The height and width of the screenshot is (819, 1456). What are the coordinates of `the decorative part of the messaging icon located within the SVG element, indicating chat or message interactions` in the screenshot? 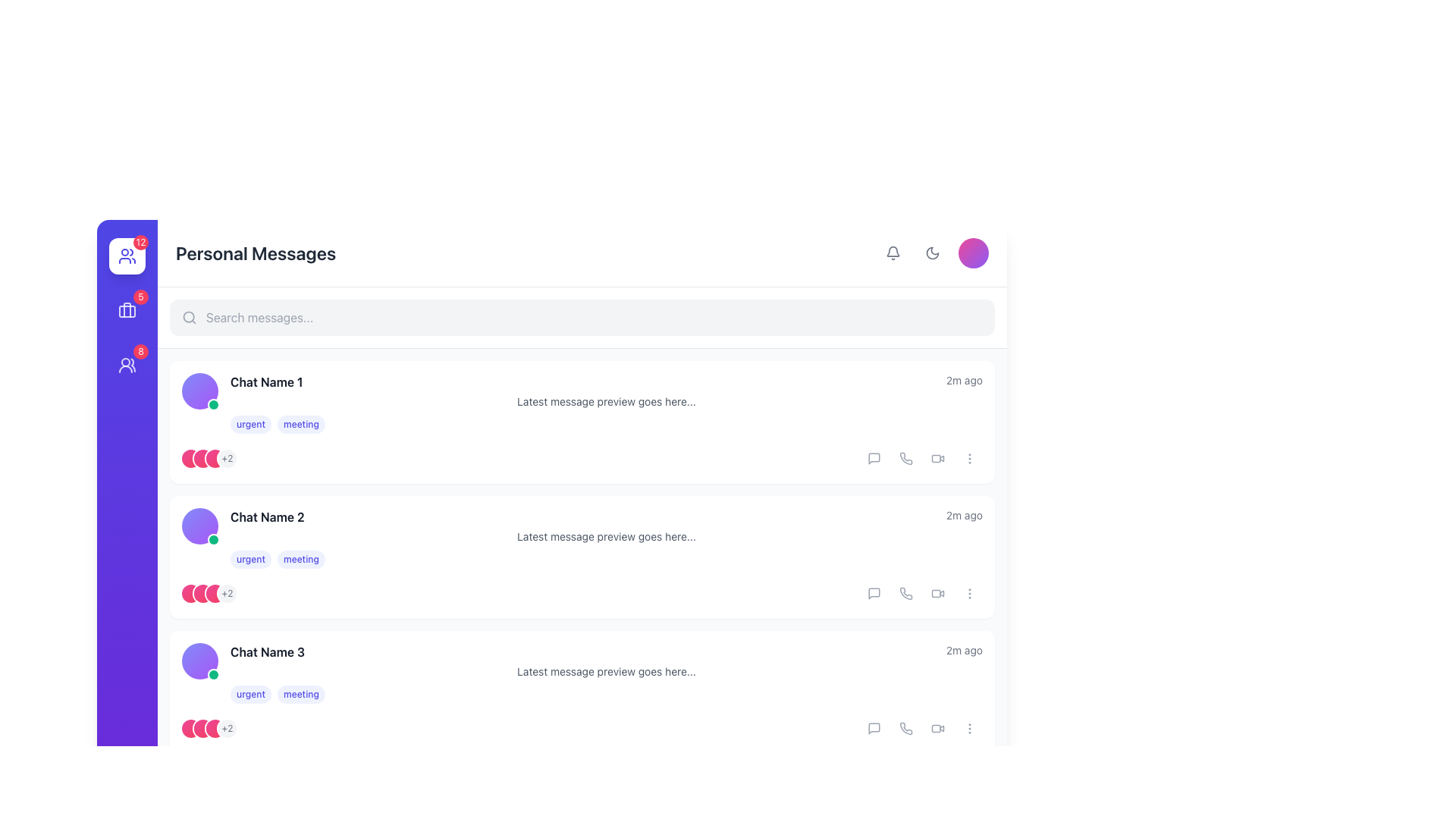 It's located at (874, 727).